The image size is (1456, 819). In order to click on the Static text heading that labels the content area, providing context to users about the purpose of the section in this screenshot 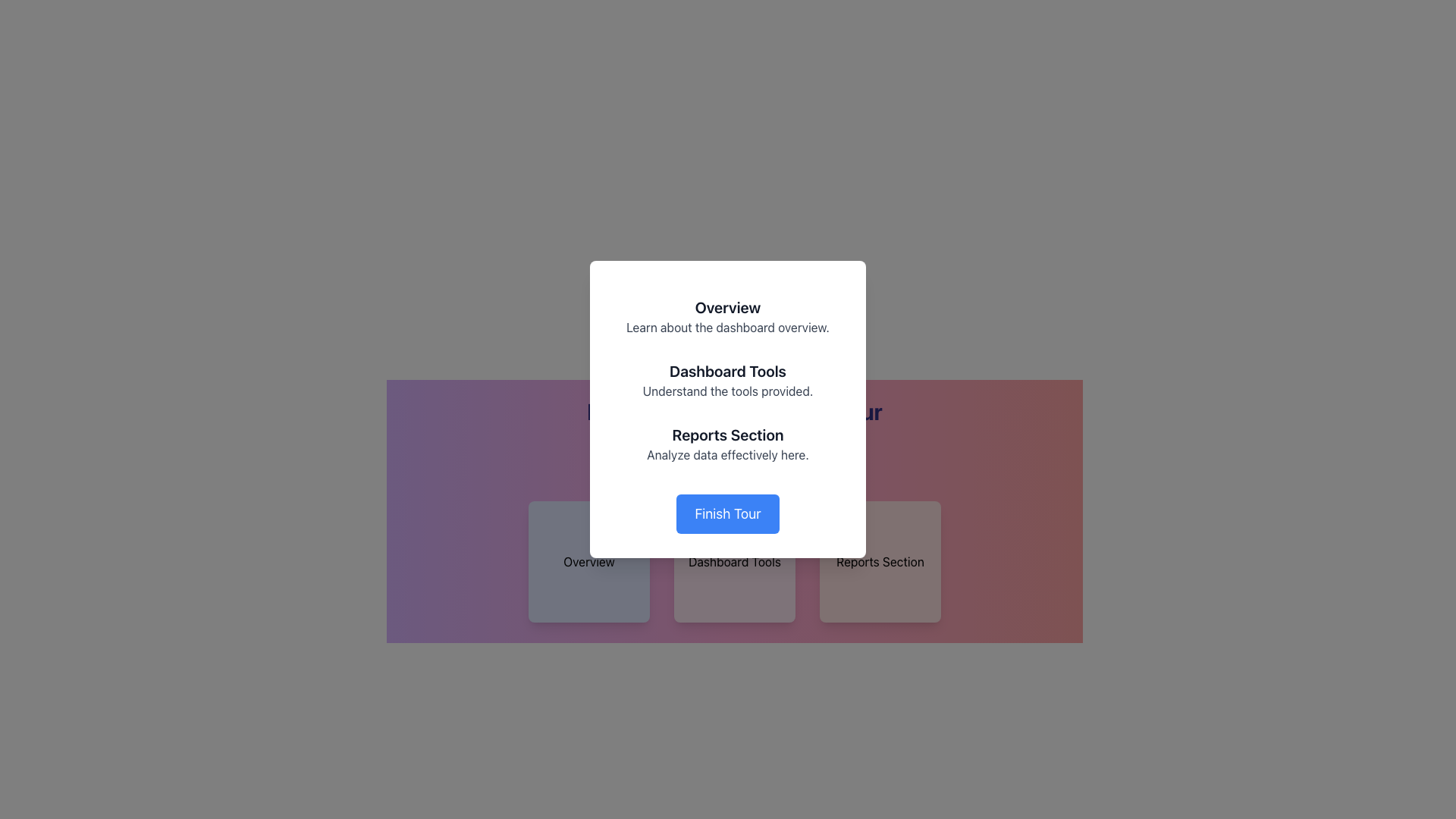, I will do `click(728, 435)`.